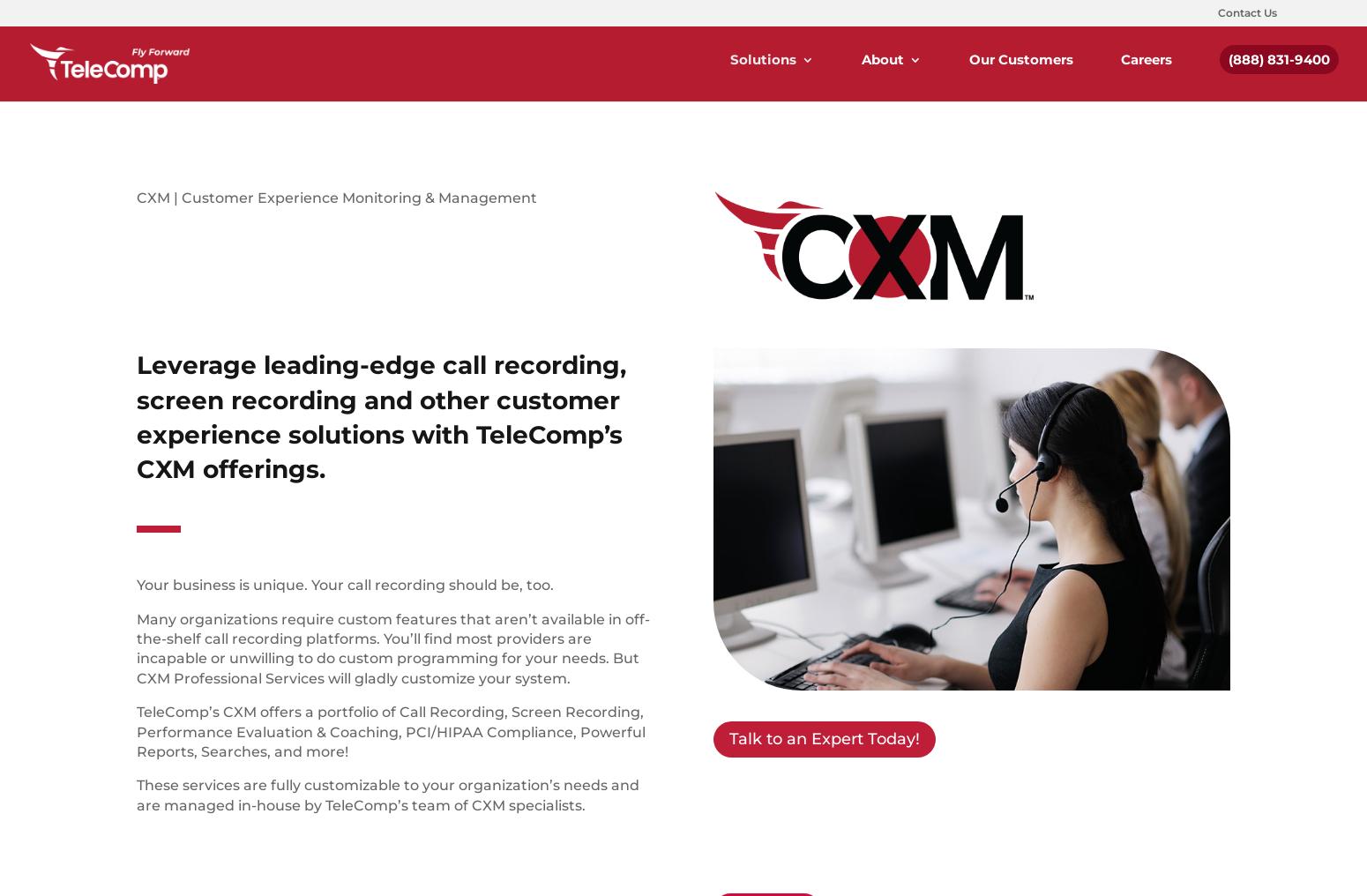  I want to click on 'Leverage leading-edge call recording, screen recording and other customer experience solutions with TeleComp’s CXM offerings.', so click(381, 416).